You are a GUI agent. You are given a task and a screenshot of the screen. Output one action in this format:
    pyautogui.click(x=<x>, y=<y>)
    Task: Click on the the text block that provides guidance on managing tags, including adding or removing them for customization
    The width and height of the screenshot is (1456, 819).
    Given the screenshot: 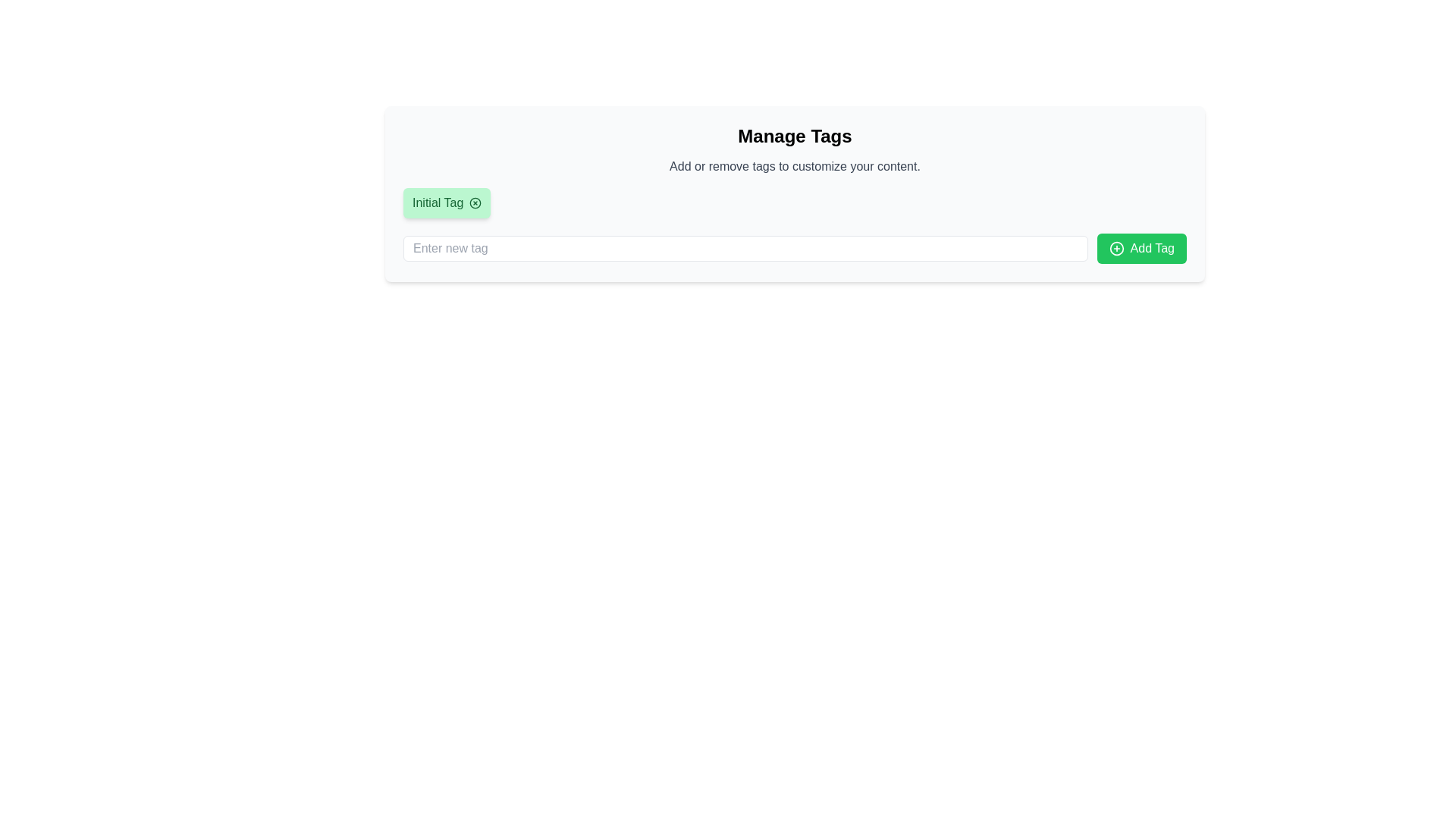 What is the action you would take?
    pyautogui.click(x=794, y=149)
    